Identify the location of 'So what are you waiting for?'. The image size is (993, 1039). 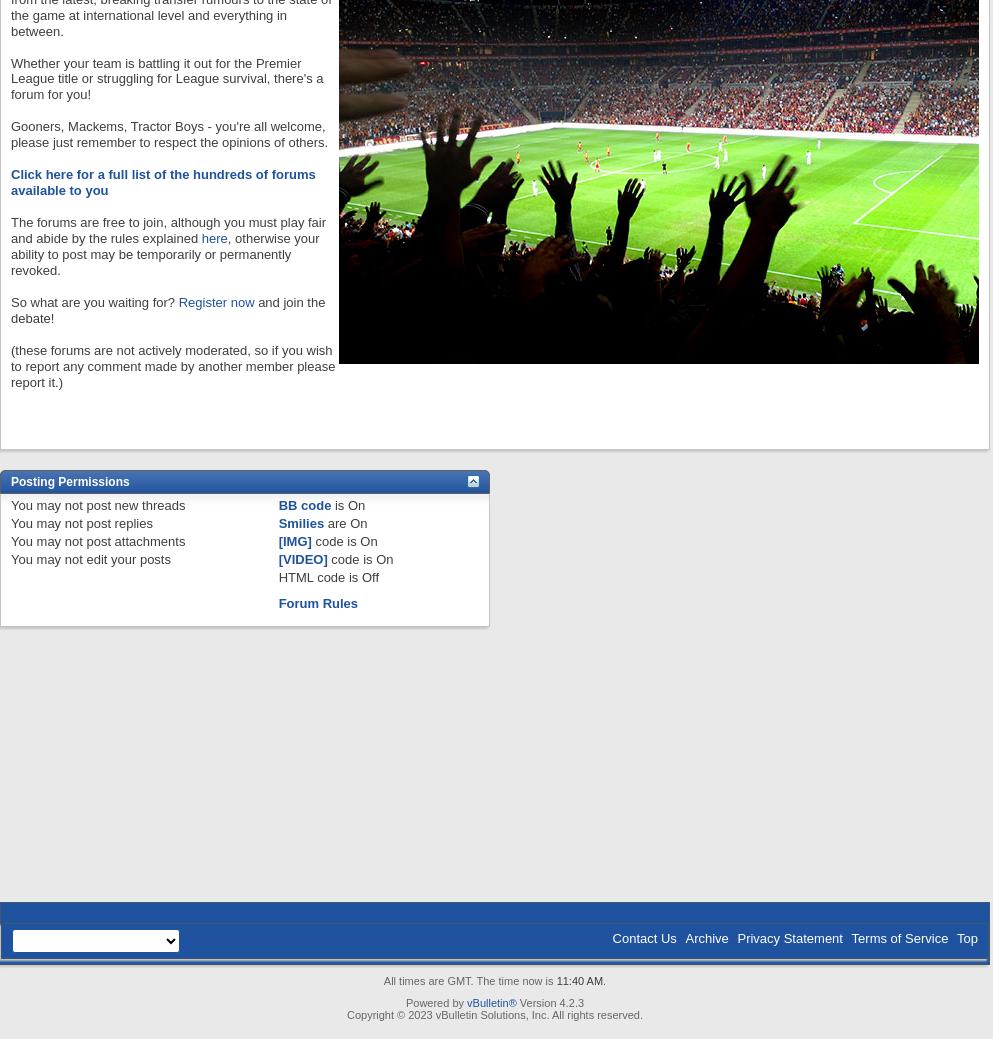
(10, 302).